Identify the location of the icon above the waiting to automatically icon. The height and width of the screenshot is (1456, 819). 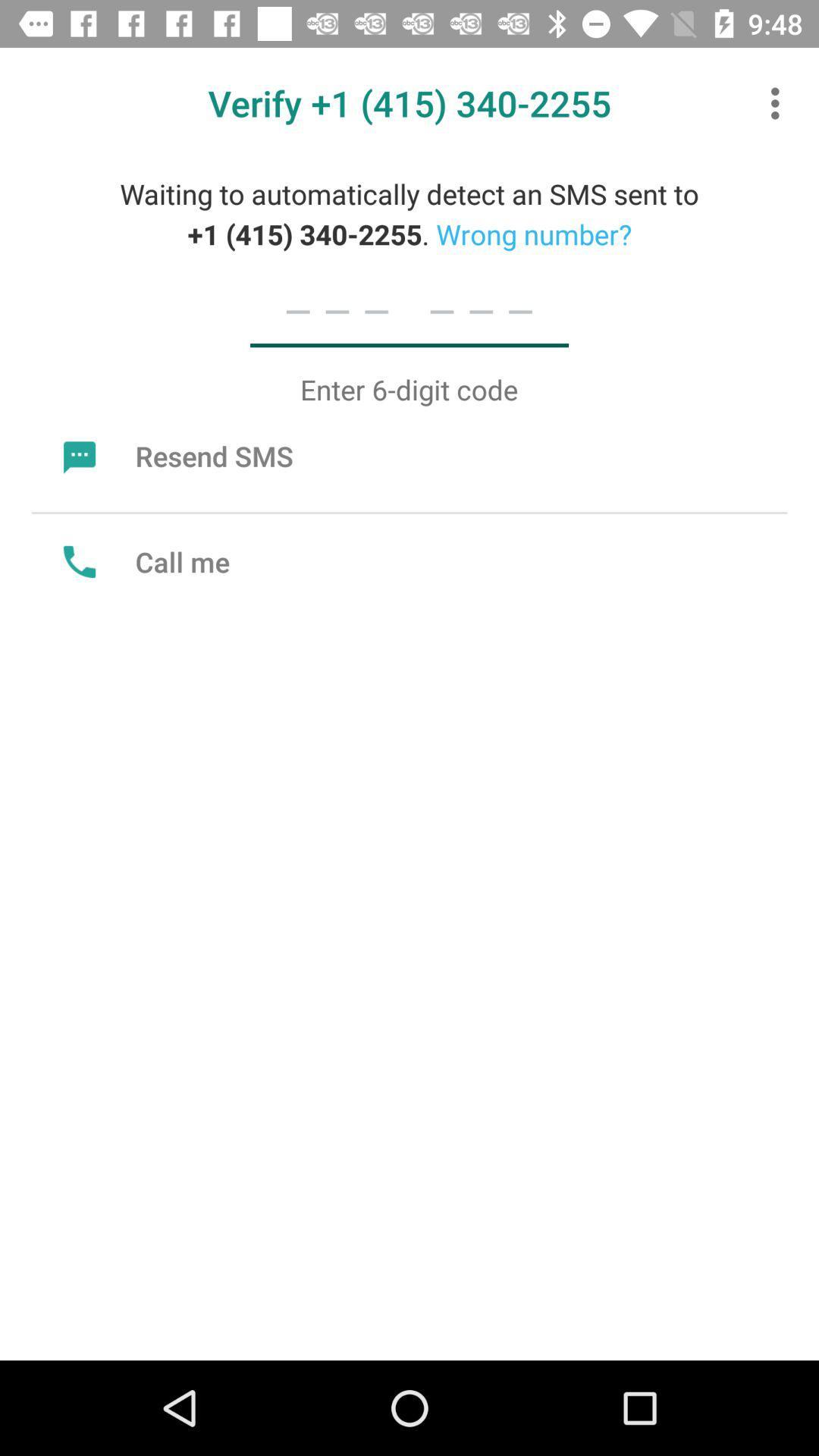
(779, 102).